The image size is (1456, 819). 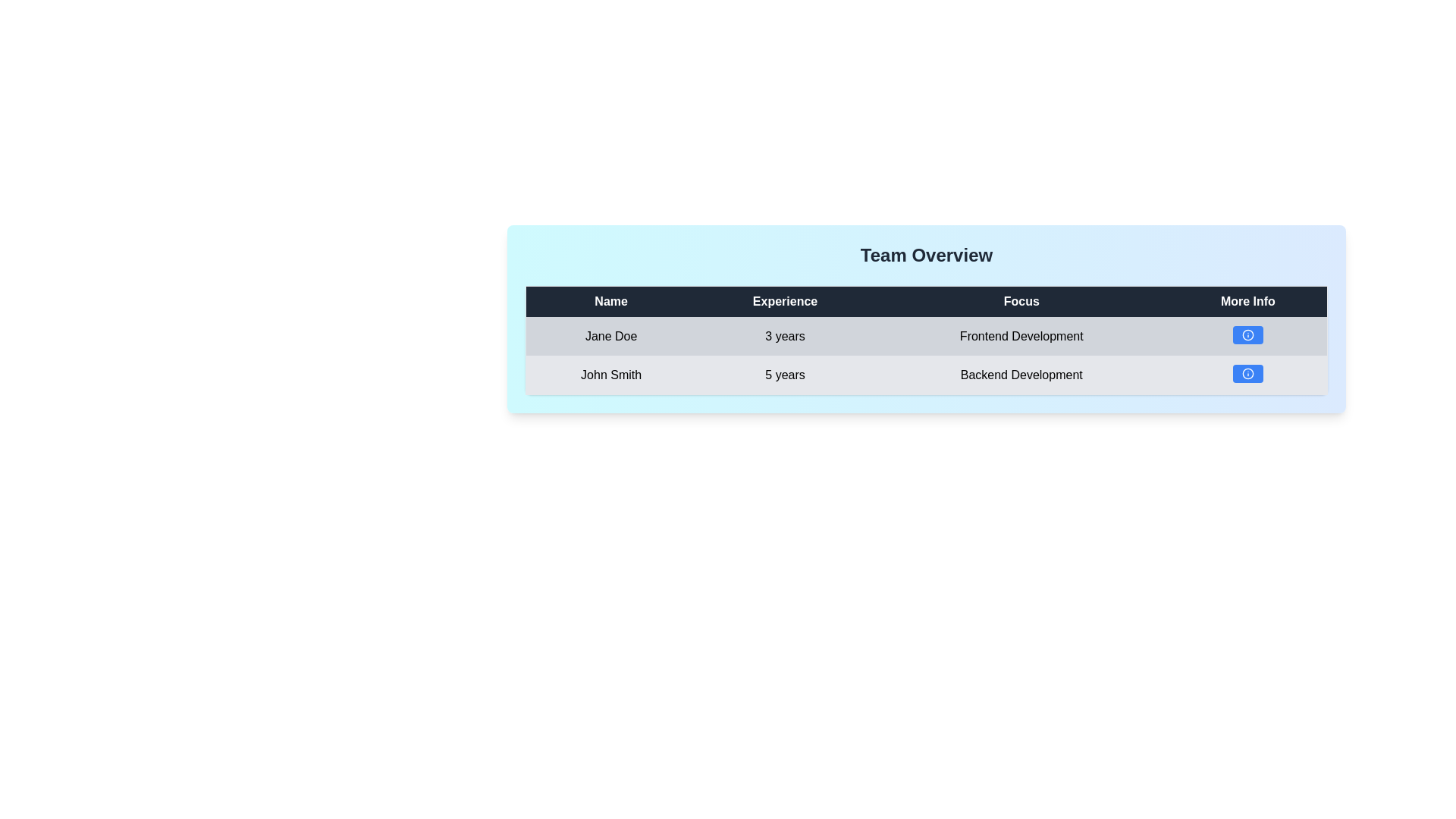 What do you see at coordinates (1247, 374) in the screenshot?
I see `the Icon button in the 'More Info' column of the table for 'John Smith' in the 'Backend Development' section` at bounding box center [1247, 374].